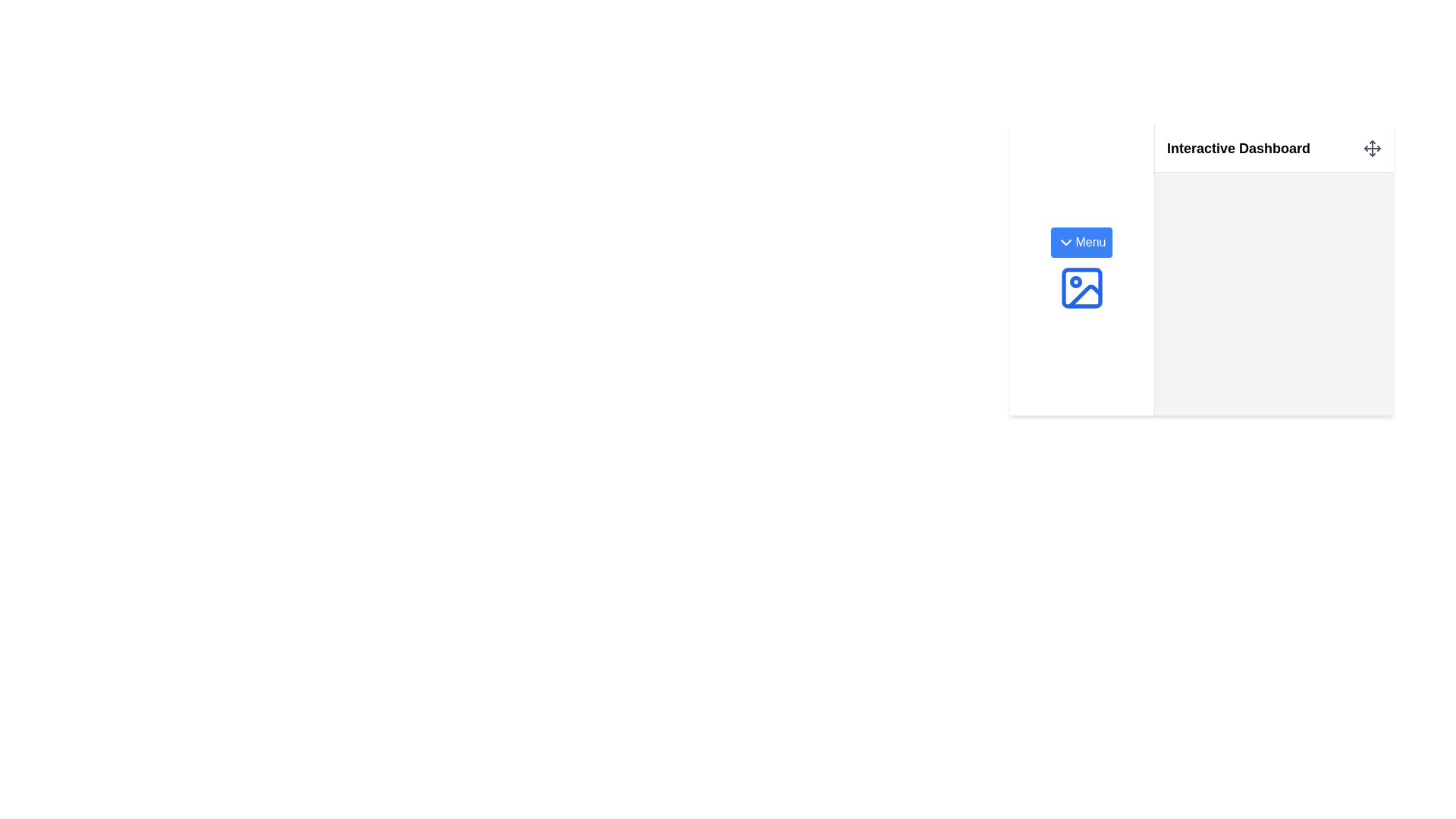 The width and height of the screenshot is (1456, 819). I want to click on the small, circular dot located within the image icon below the 'Menu' button in the left section of the interface, so click(1075, 281).